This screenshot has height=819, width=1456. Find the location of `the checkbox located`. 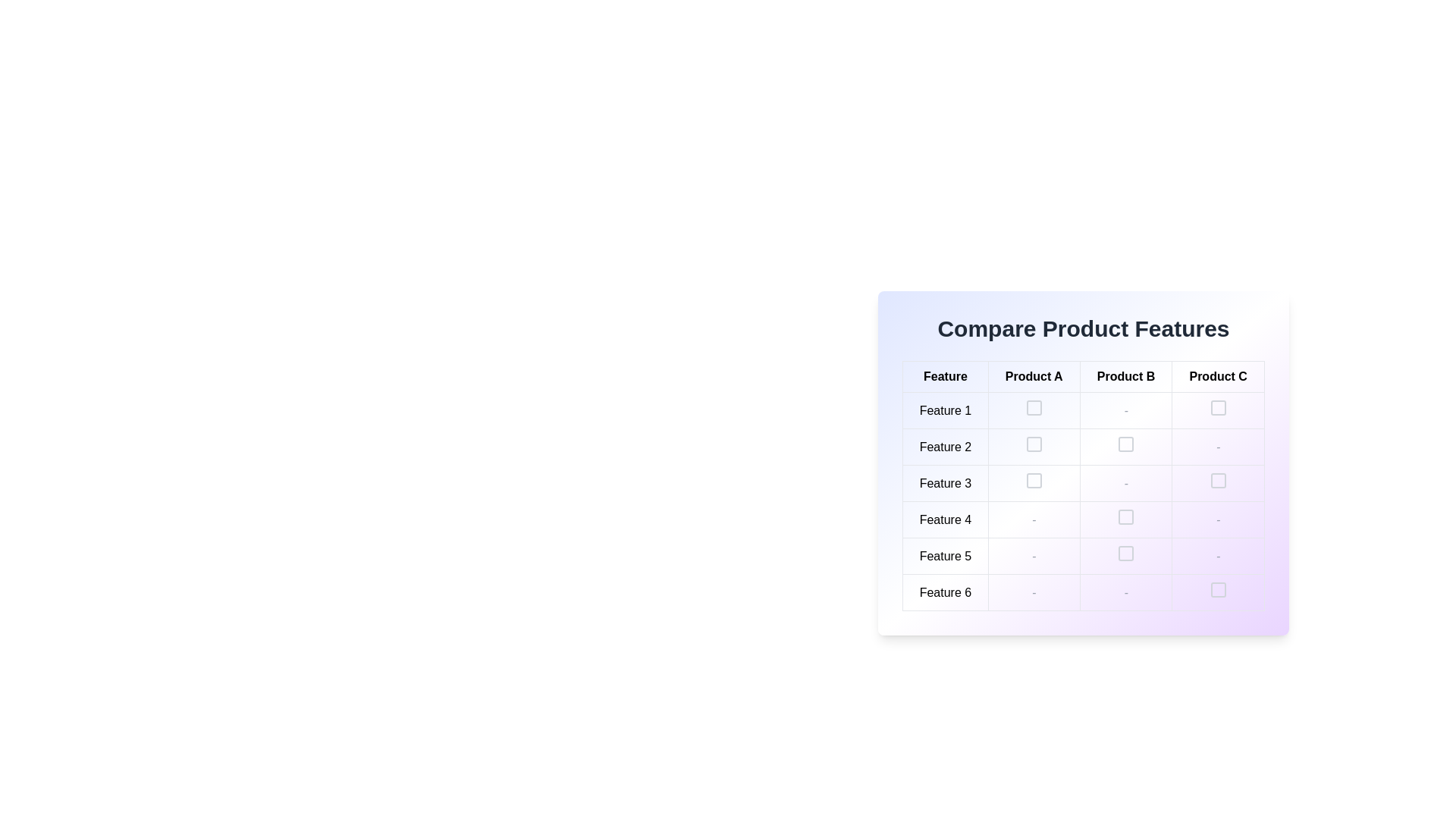

the checkbox located is located at coordinates (1218, 589).